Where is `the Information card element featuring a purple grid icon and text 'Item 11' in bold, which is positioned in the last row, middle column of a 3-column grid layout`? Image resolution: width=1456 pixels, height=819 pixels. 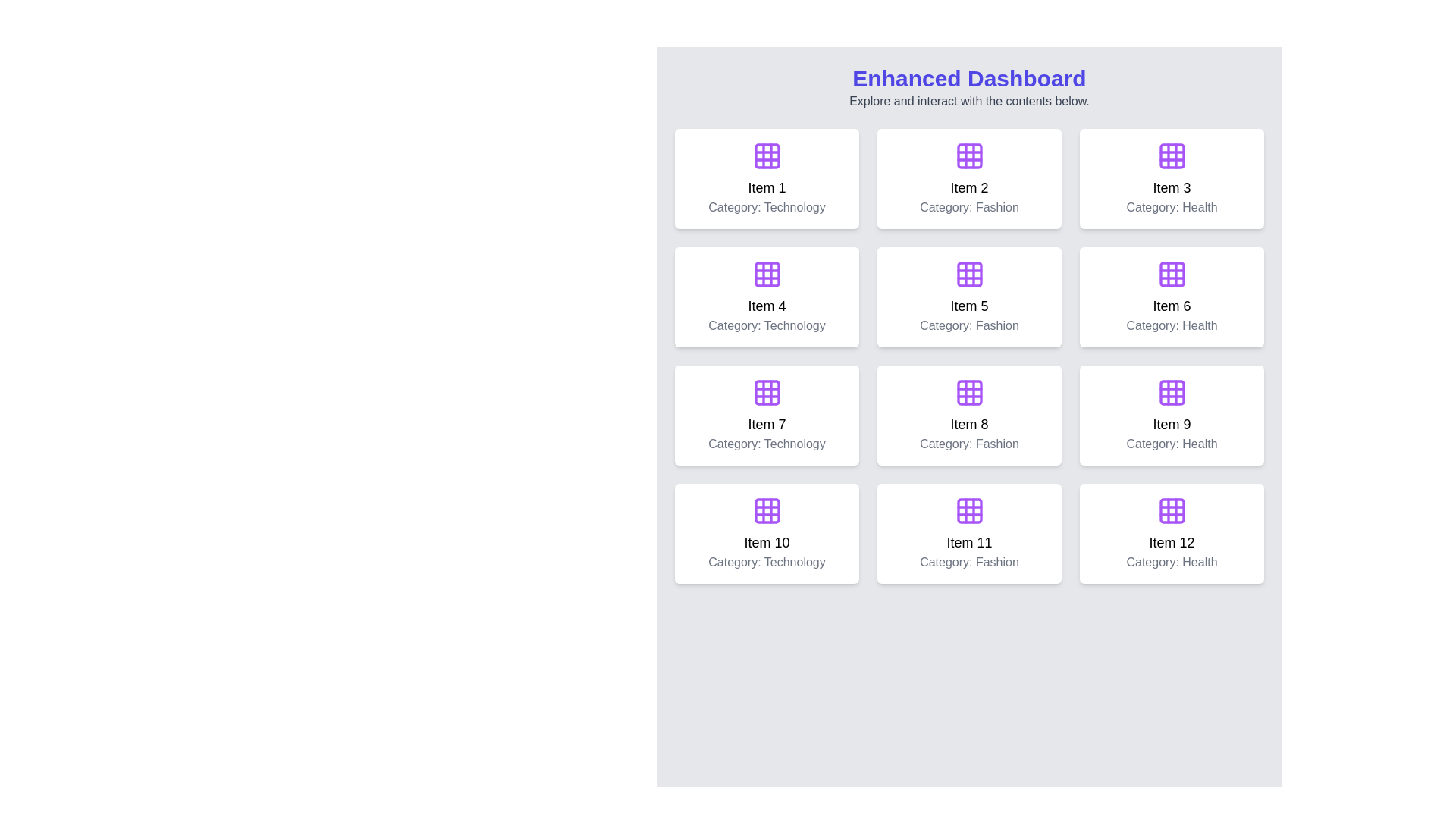
the Information card element featuring a purple grid icon and text 'Item 11' in bold, which is positioned in the last row, middle column of a 3-column grid layout is located at coordinates (968, 533).